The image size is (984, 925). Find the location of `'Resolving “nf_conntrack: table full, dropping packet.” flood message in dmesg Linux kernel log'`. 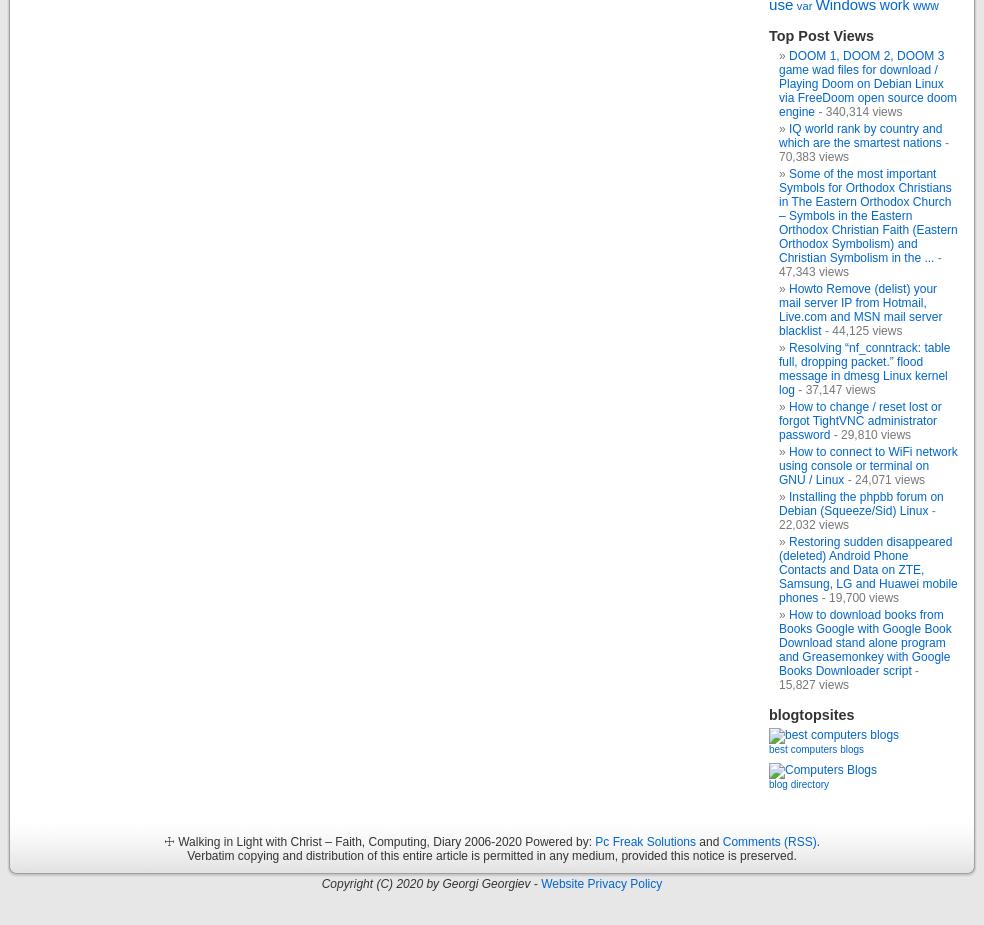

'Resolving “nf_conntrack: table full, dropping packet.” flood message in dmesg Linux kernel log' is located at coordinates (864, 367).